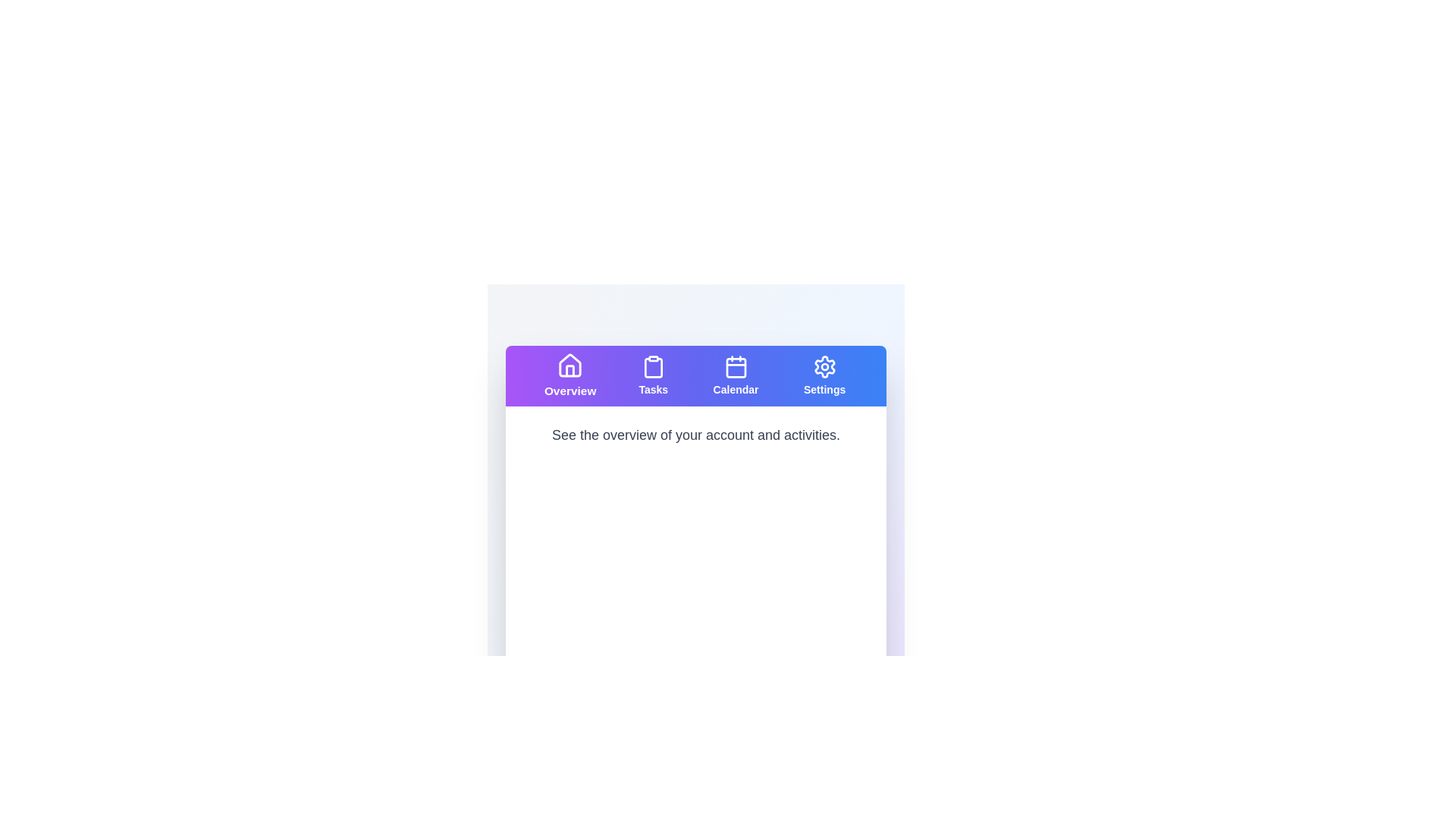  What do you see at coordinates (653, 368) in the screenshot?
I see `the 'Tasks' tab icon in the navigation bar` at bounding box center [653, 368].